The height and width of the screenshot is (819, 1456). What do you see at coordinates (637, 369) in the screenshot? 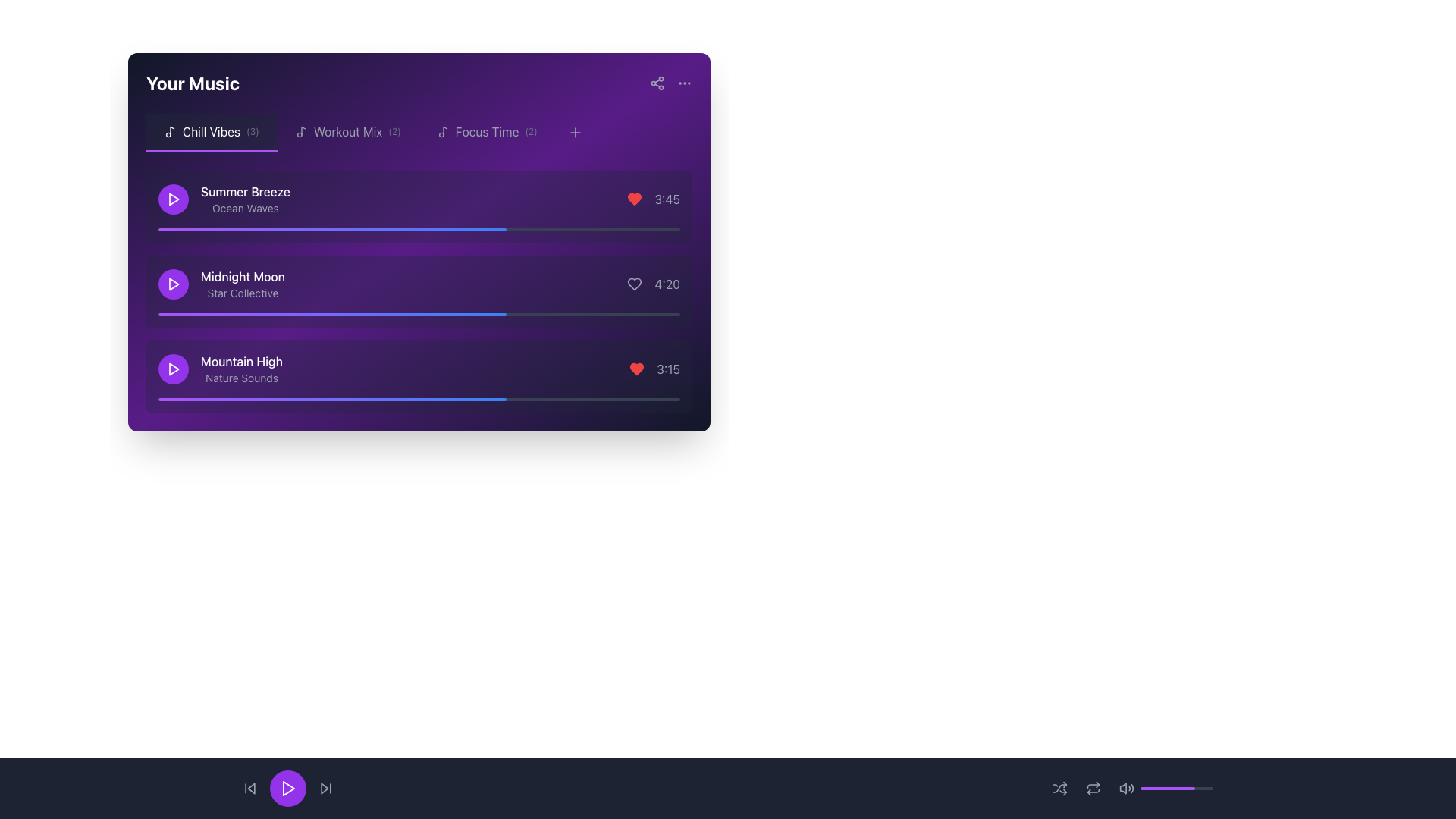
I see `the red heart icon button located in the lower-right corner of the music player interface` at bounding box center [637, 369].